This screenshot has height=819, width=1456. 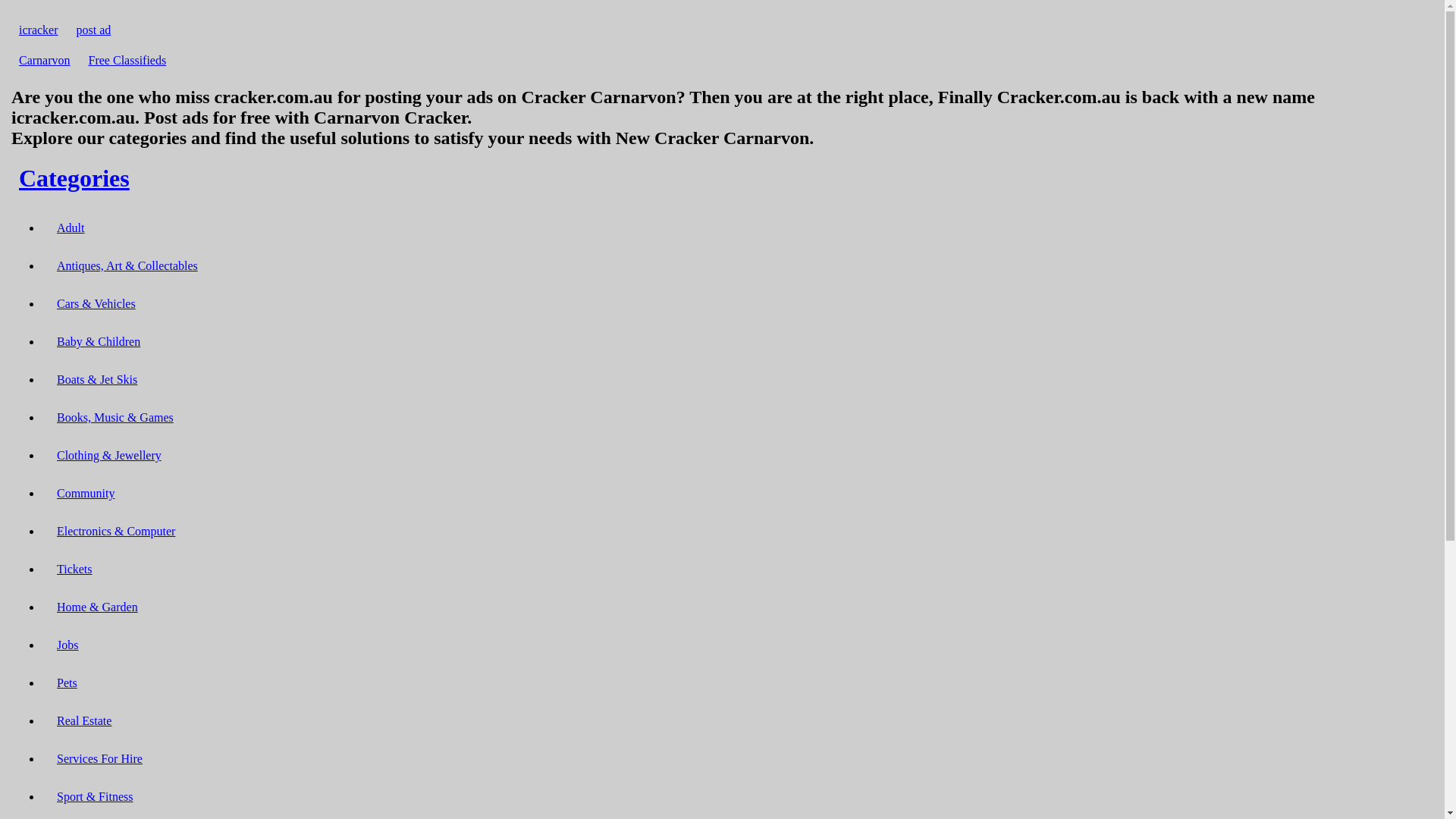 I want to click on 'Books, Music & Games', so click(x=115, y=417).